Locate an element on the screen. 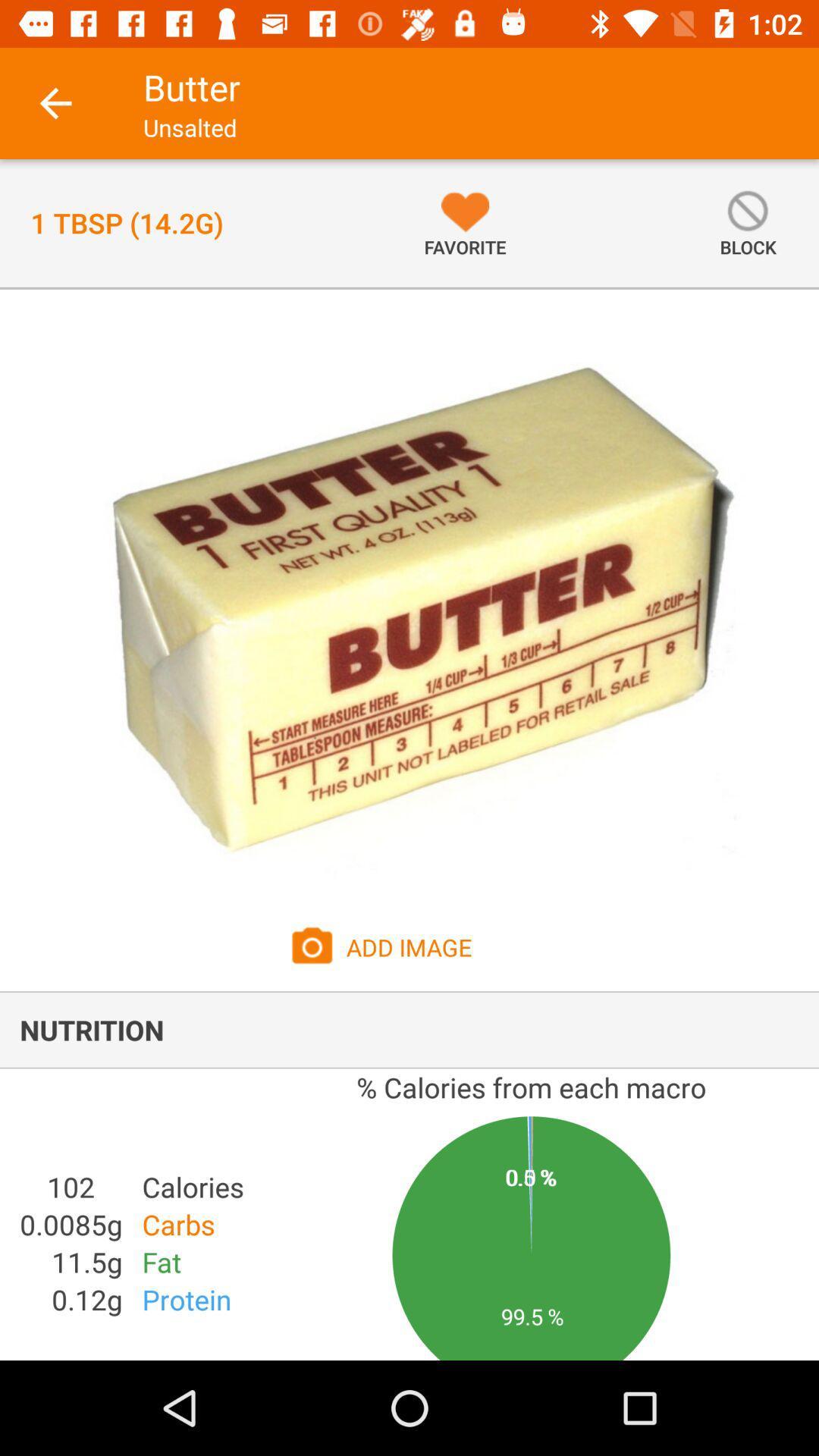 This screenshot has width=819, height=1456. icon next to favorite is located at coordinates (747, 222).